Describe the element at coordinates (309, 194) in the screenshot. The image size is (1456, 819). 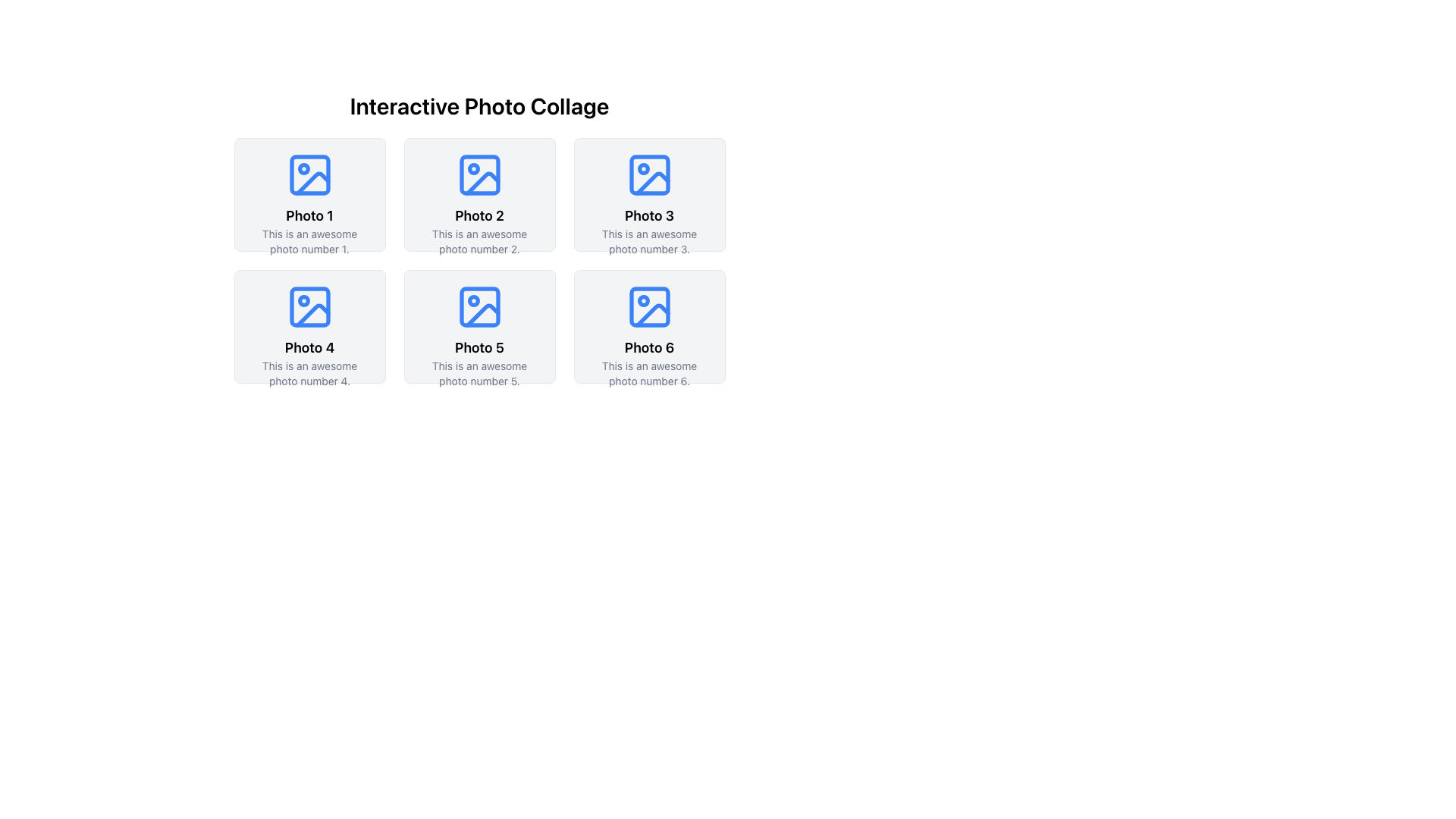
I see `the magnifying glass icon in the upper left card labeled 'Photo 1', which symbolizes a 'zoom in' action and is styled with a blue color scheme` at that location.